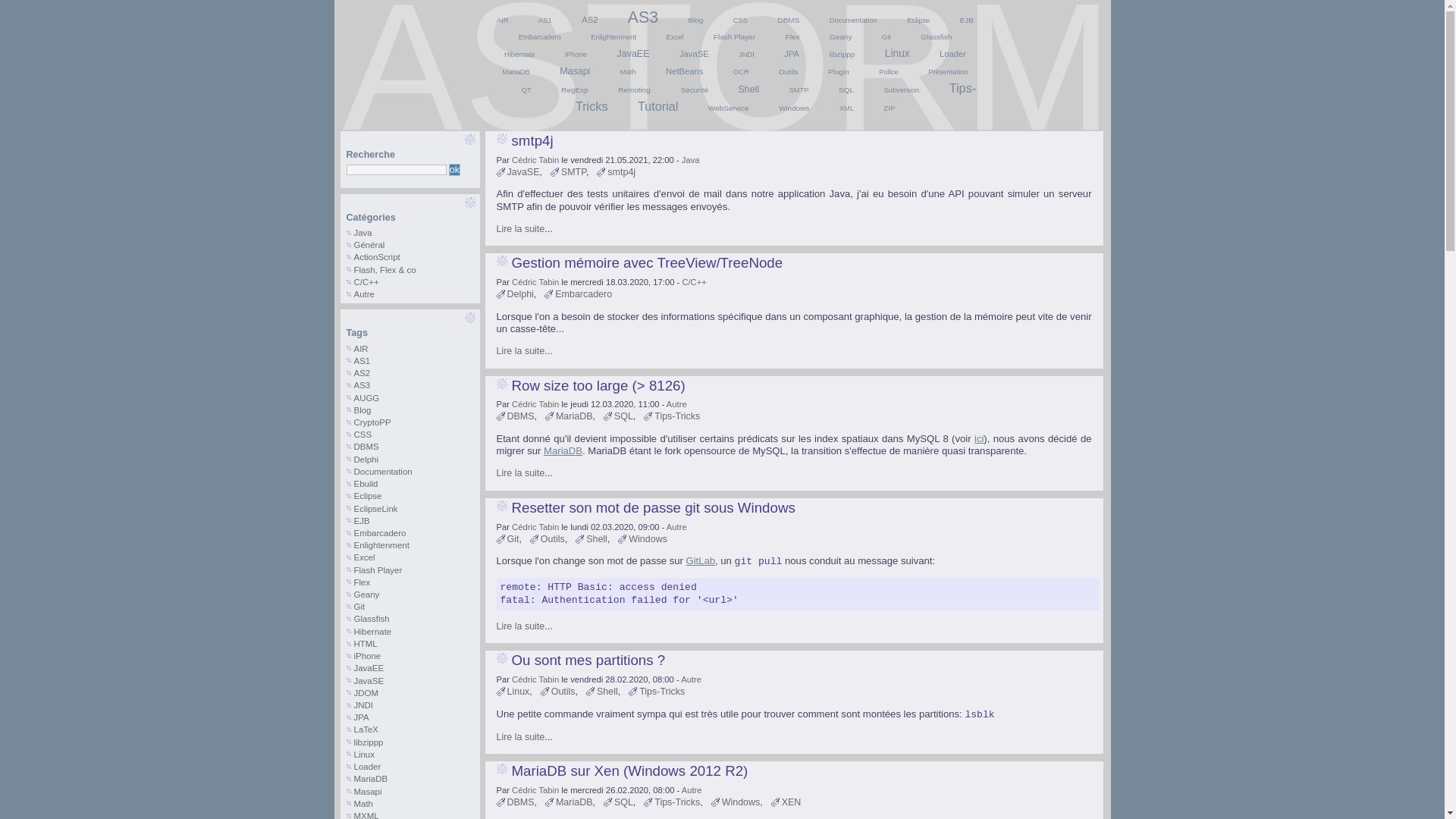 Image resolution: width=1456 pixels, height=819 pixels. I want to click on 'DBMS', so click(520, 801).